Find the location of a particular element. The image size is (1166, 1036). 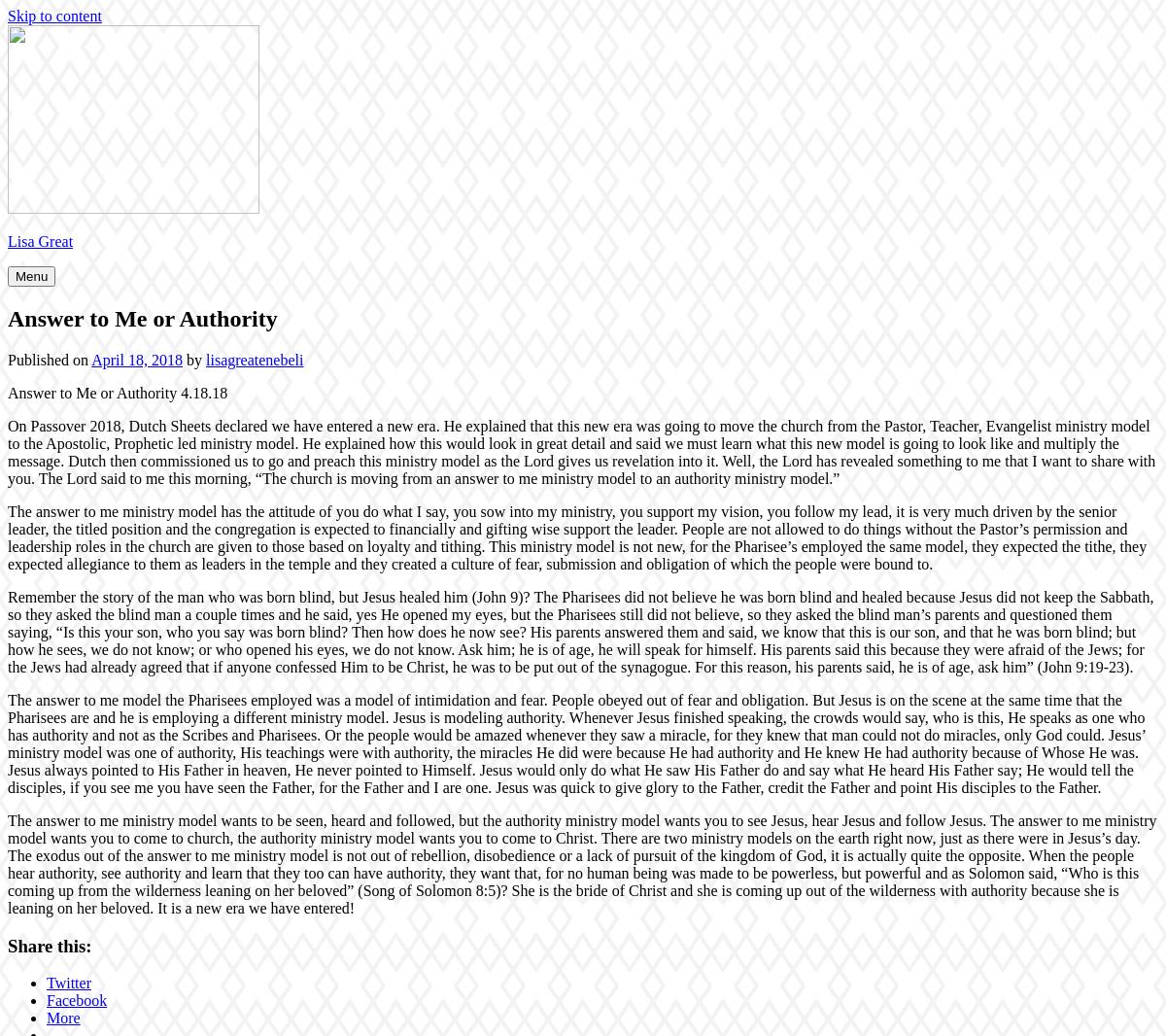

'Twitter' is located at coordinates (68, 983).